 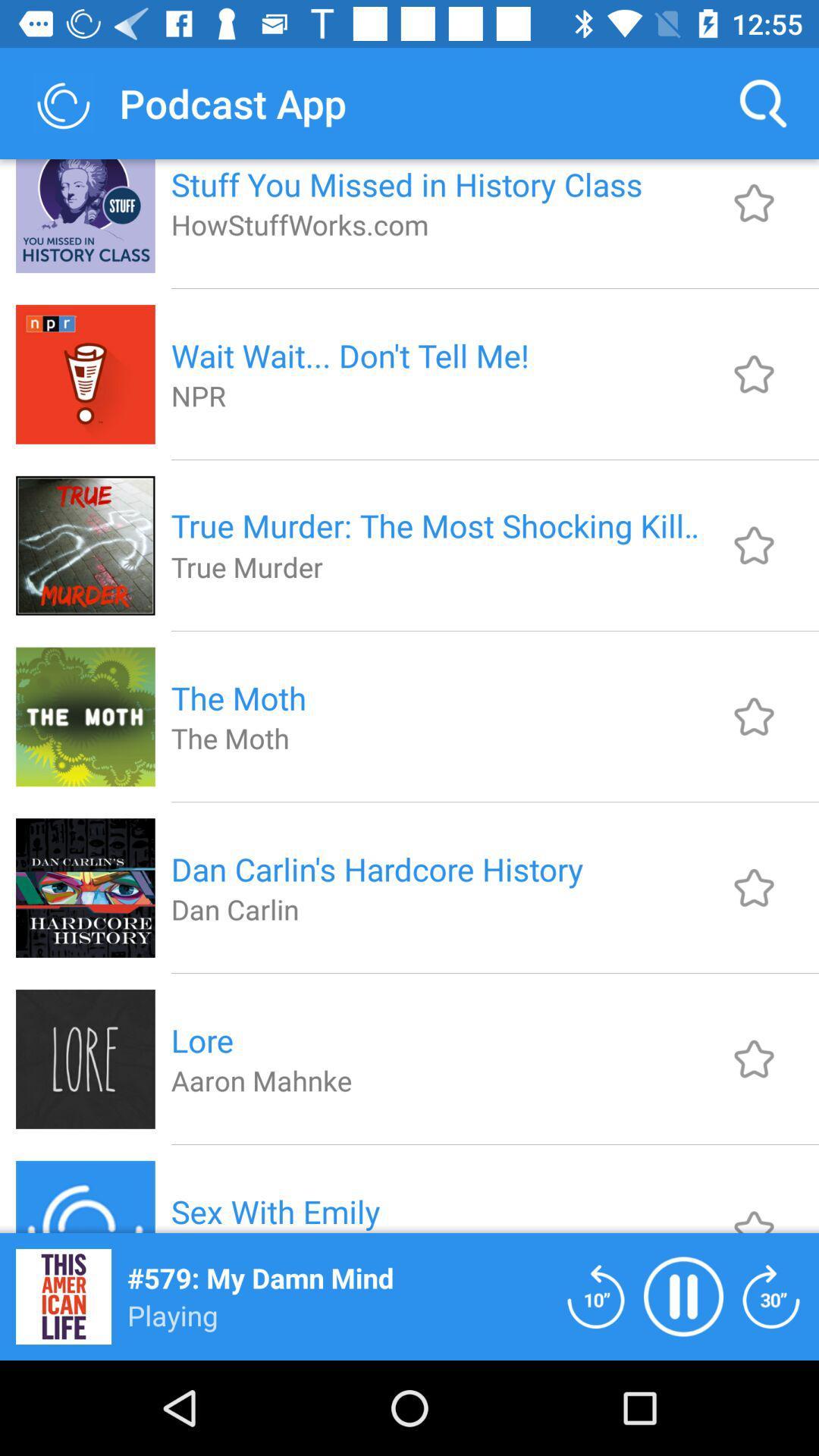 What do you see at coordinates (754, 545) in the screenshot?
I see `to favorites` at bounding box center [754, 545].